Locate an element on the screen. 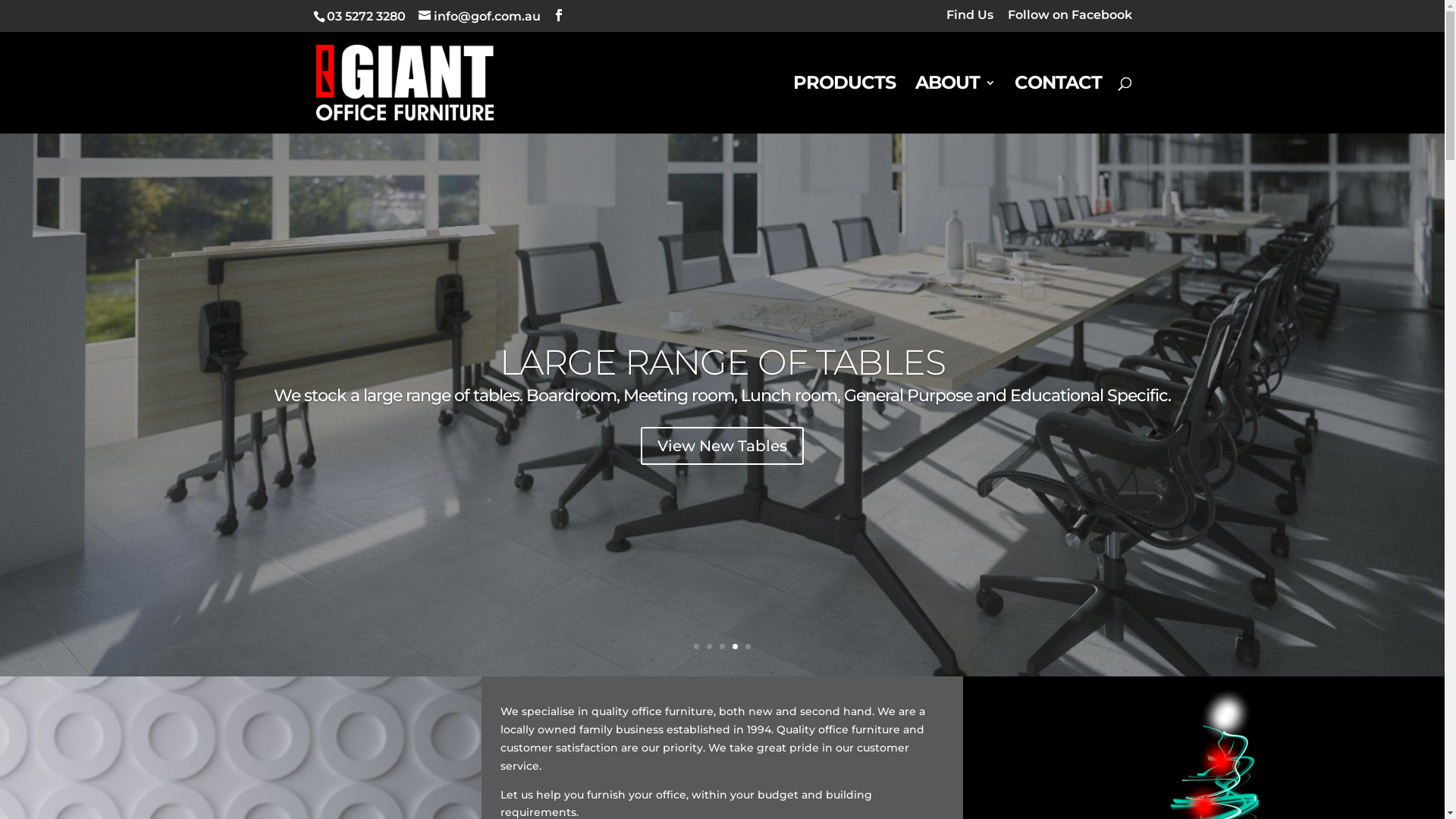  '3' is located at coordinates (721, 646).